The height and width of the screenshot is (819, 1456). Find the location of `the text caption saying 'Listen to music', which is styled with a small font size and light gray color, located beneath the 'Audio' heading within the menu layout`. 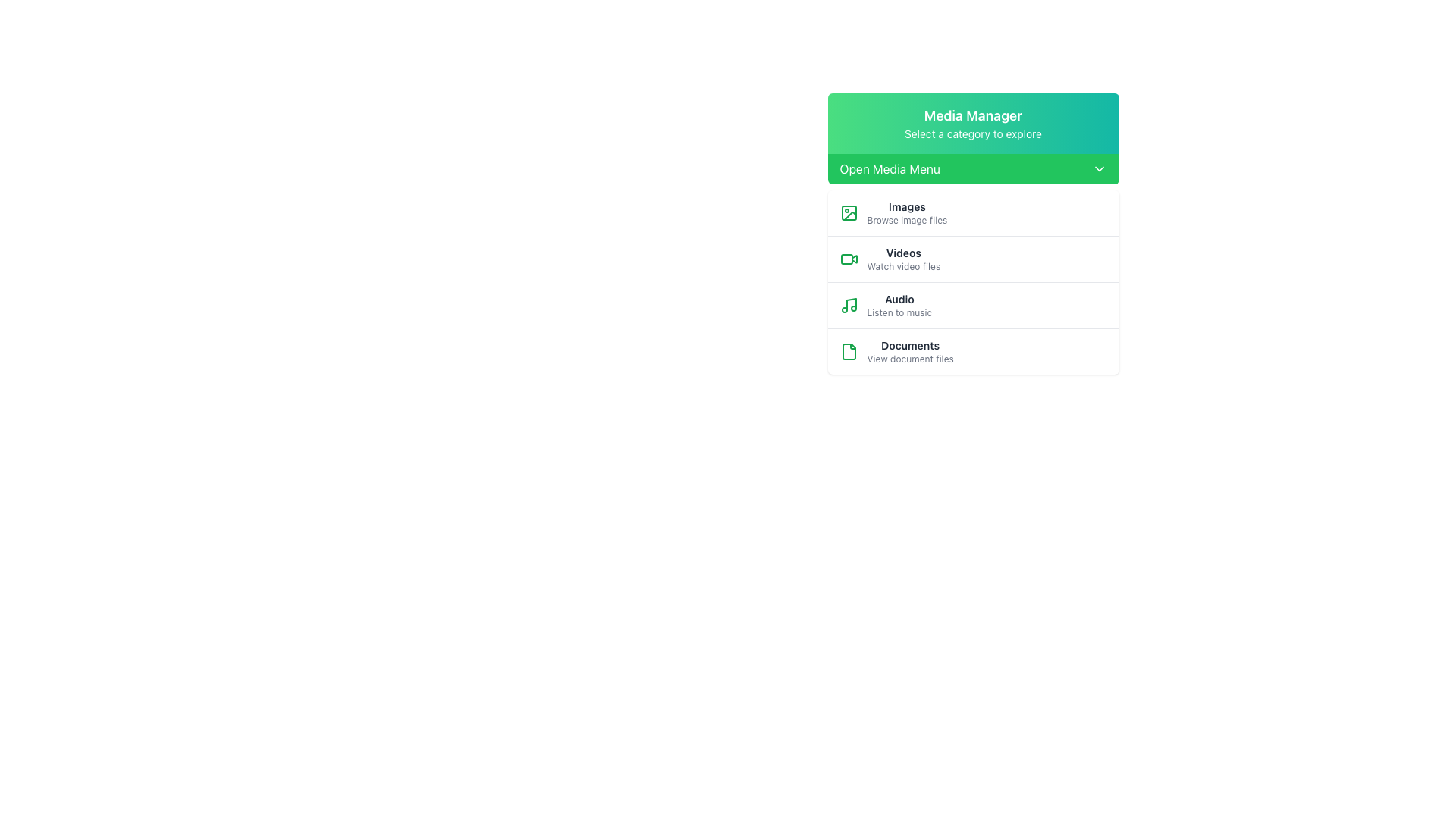

the text caption saying 'Listen to music', which is styled with a small font size and light gray color, located beneath the 'Audio' heading within the menu layout is located at coordinates (899, 312).